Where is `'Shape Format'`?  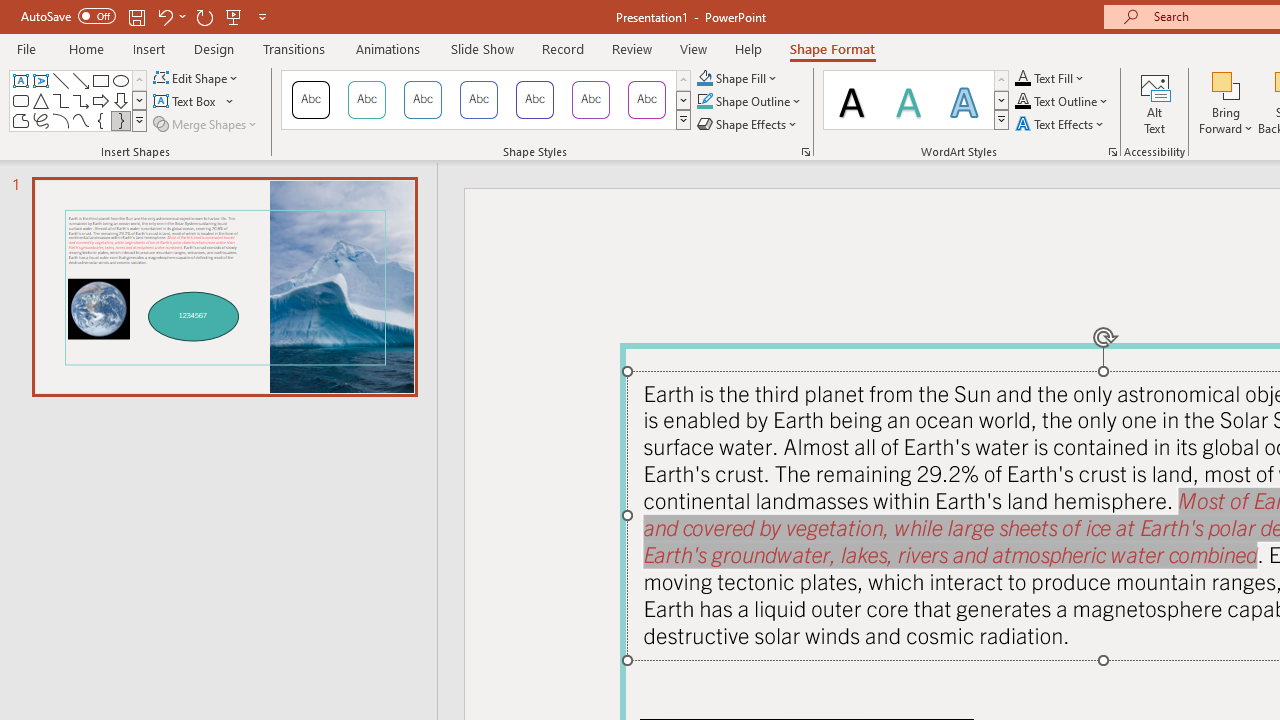 'Shape Format' is located at coordinates (832, 48).